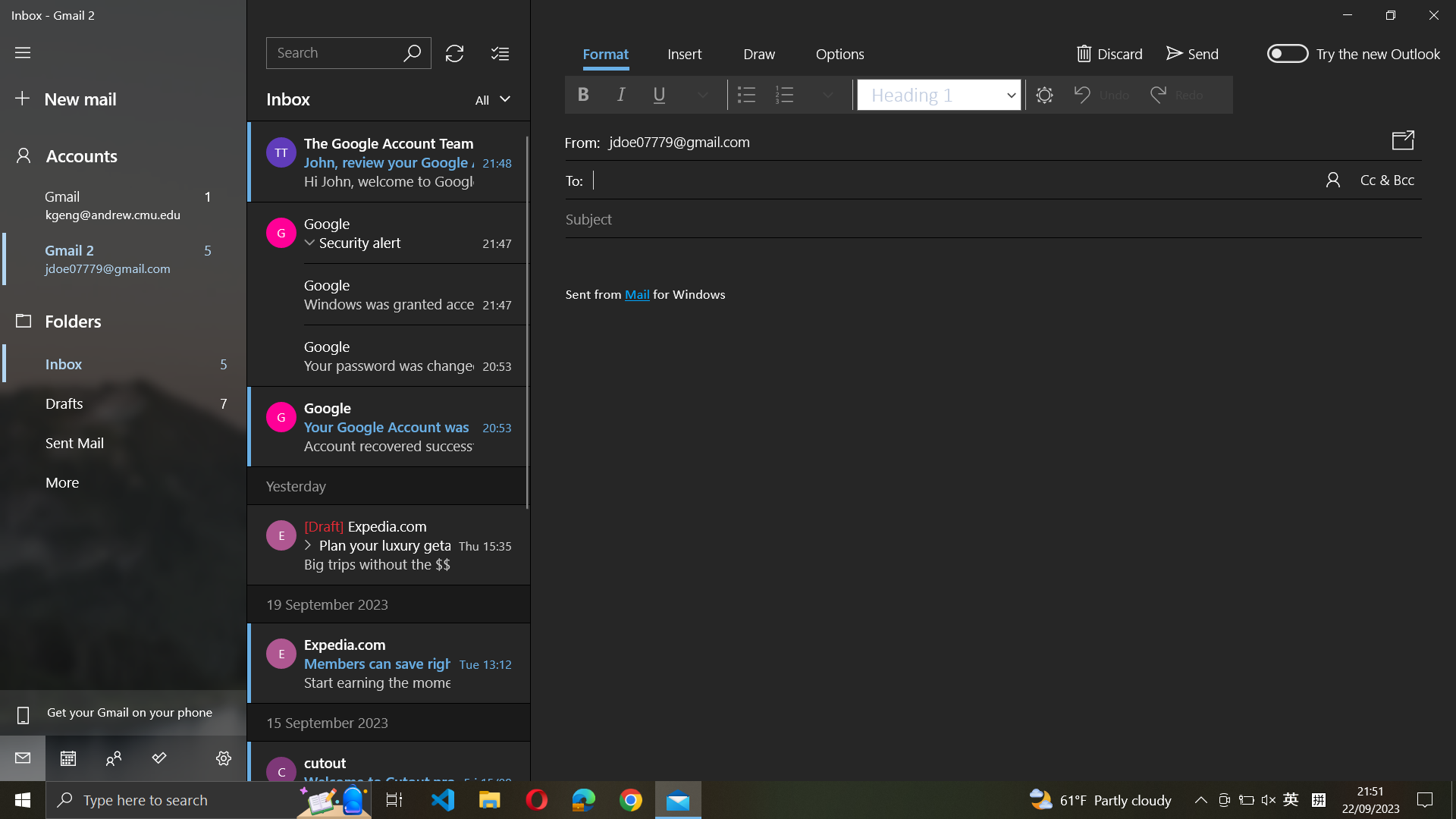 The image size is (1456, 819). Describe the element at coordinates (683, 55) in the screenshot. I see `Insert to the mail` at that location.